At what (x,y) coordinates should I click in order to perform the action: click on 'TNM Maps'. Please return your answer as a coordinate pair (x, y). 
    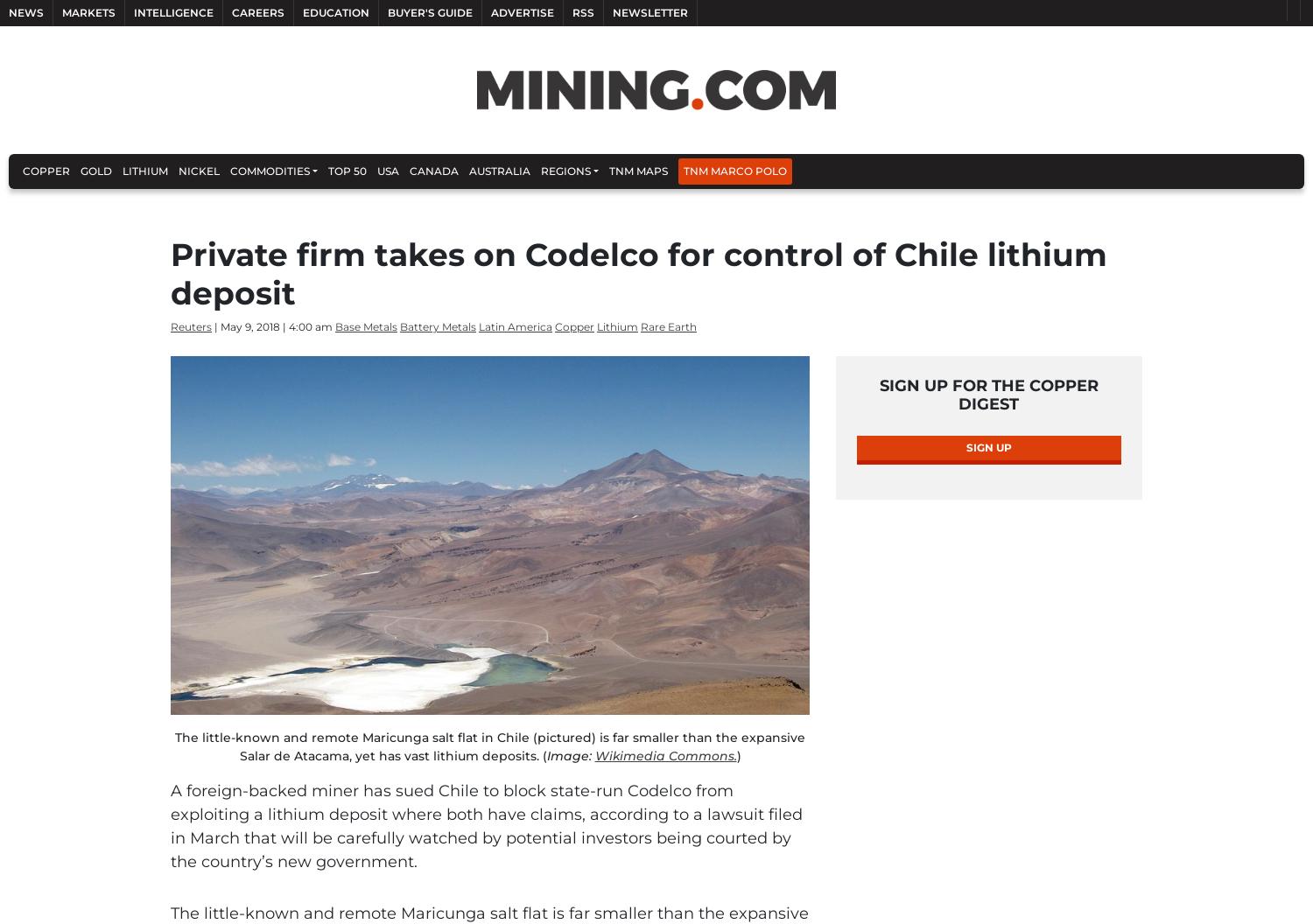
    Looking at the image, I should click on (637, 171).